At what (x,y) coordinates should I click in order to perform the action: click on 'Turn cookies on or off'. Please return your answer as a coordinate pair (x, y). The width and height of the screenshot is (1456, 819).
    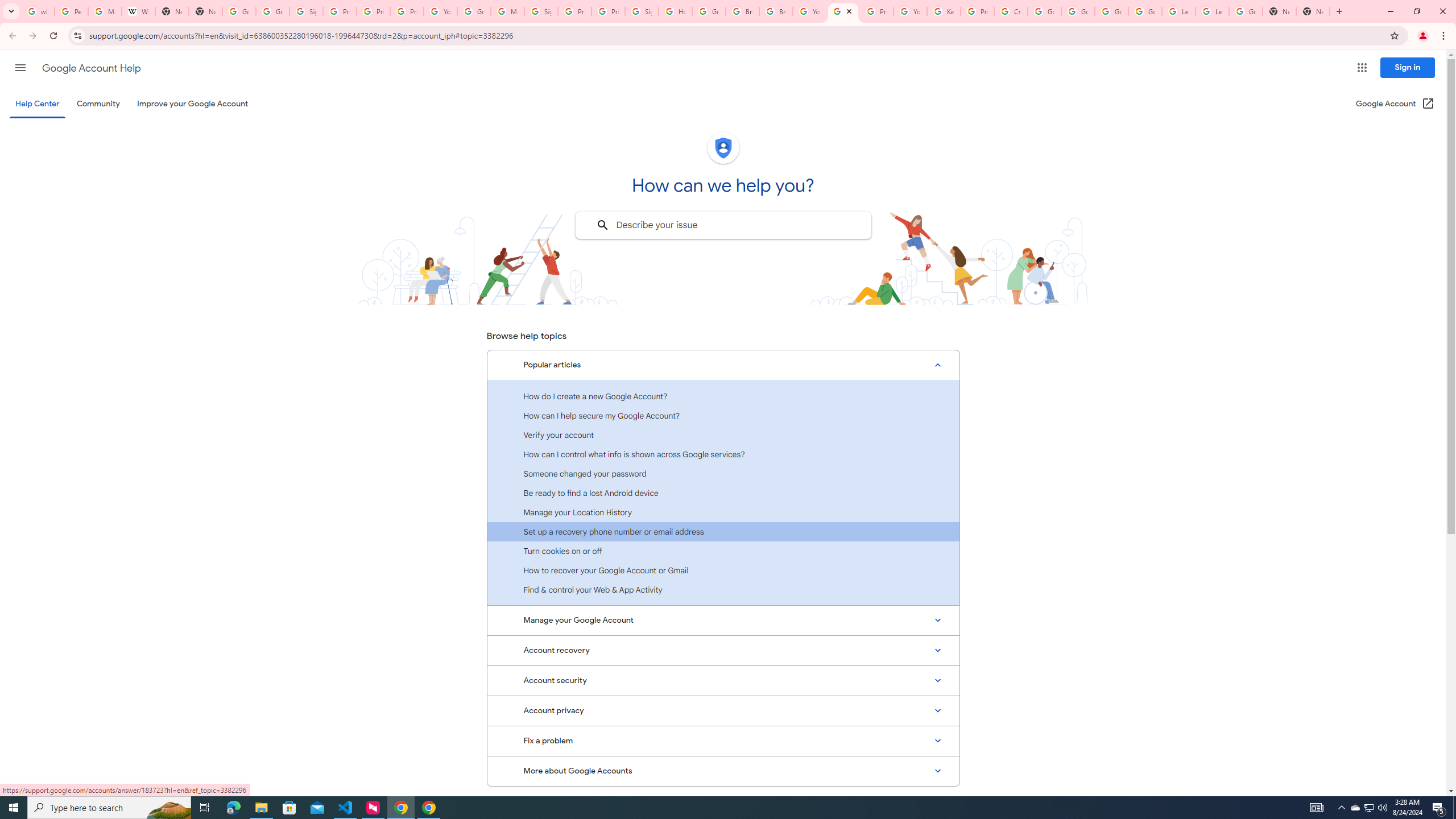
    Looking at the image, I should click on (723, 551).